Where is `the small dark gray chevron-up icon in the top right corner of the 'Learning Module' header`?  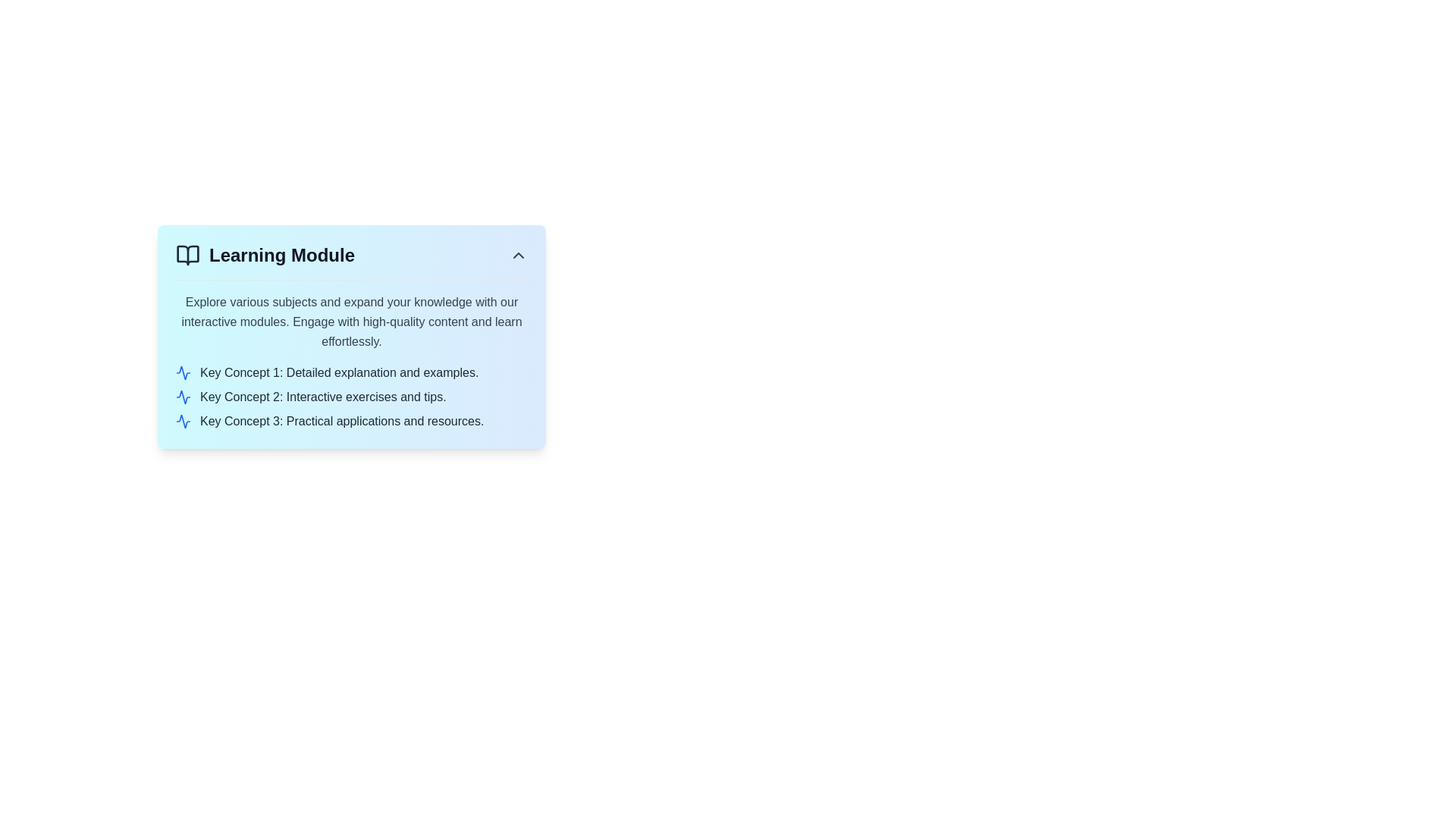
the small dark gray chevron-up icon in the top right corner of the 'Learning Module' header is located at coordinates (519, 254).